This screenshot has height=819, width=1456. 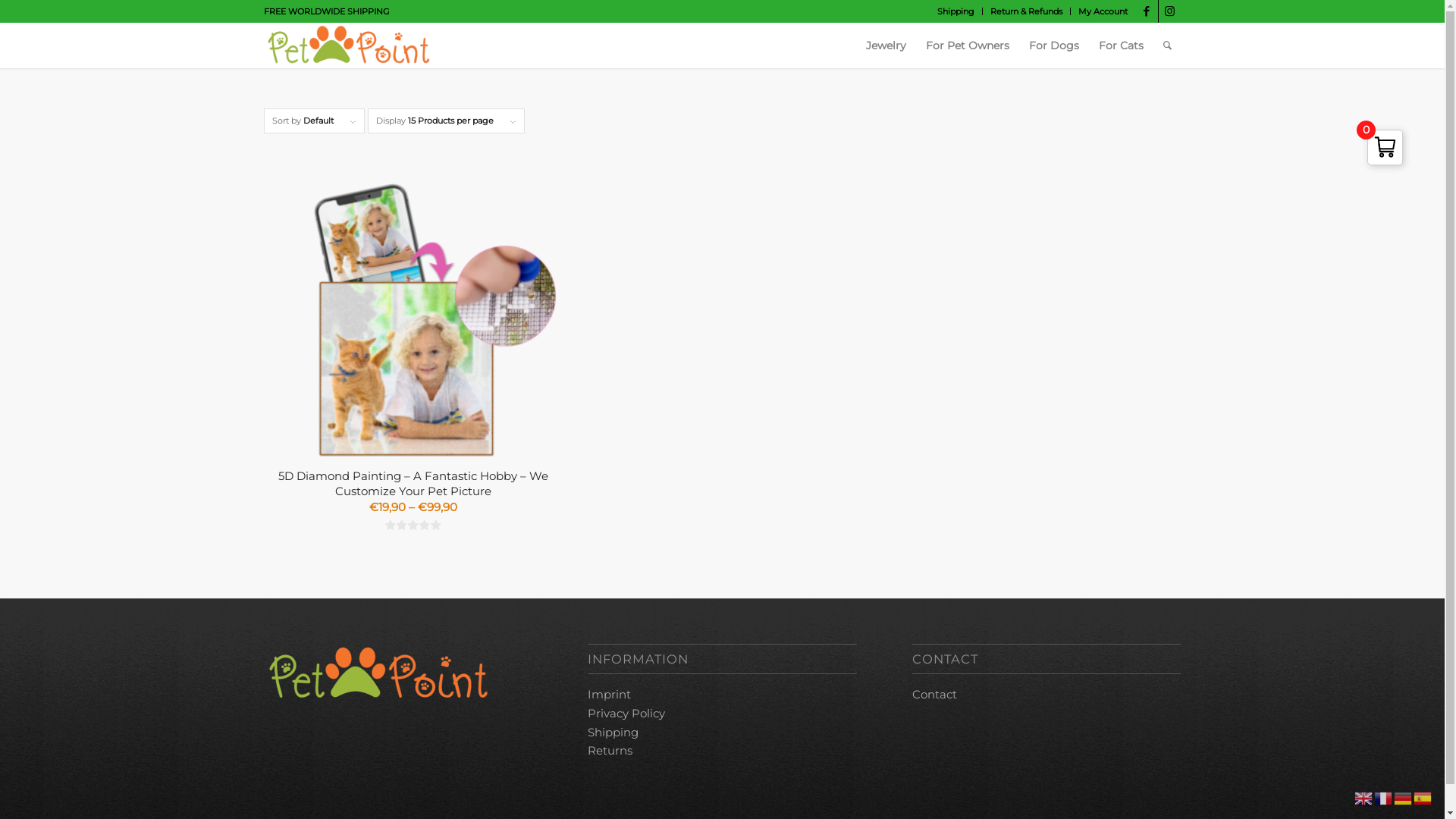 What do you see at coordinates (1412, 796) in the screenshot?
I see `'Spanish'` at bounding box center [1412, 796].